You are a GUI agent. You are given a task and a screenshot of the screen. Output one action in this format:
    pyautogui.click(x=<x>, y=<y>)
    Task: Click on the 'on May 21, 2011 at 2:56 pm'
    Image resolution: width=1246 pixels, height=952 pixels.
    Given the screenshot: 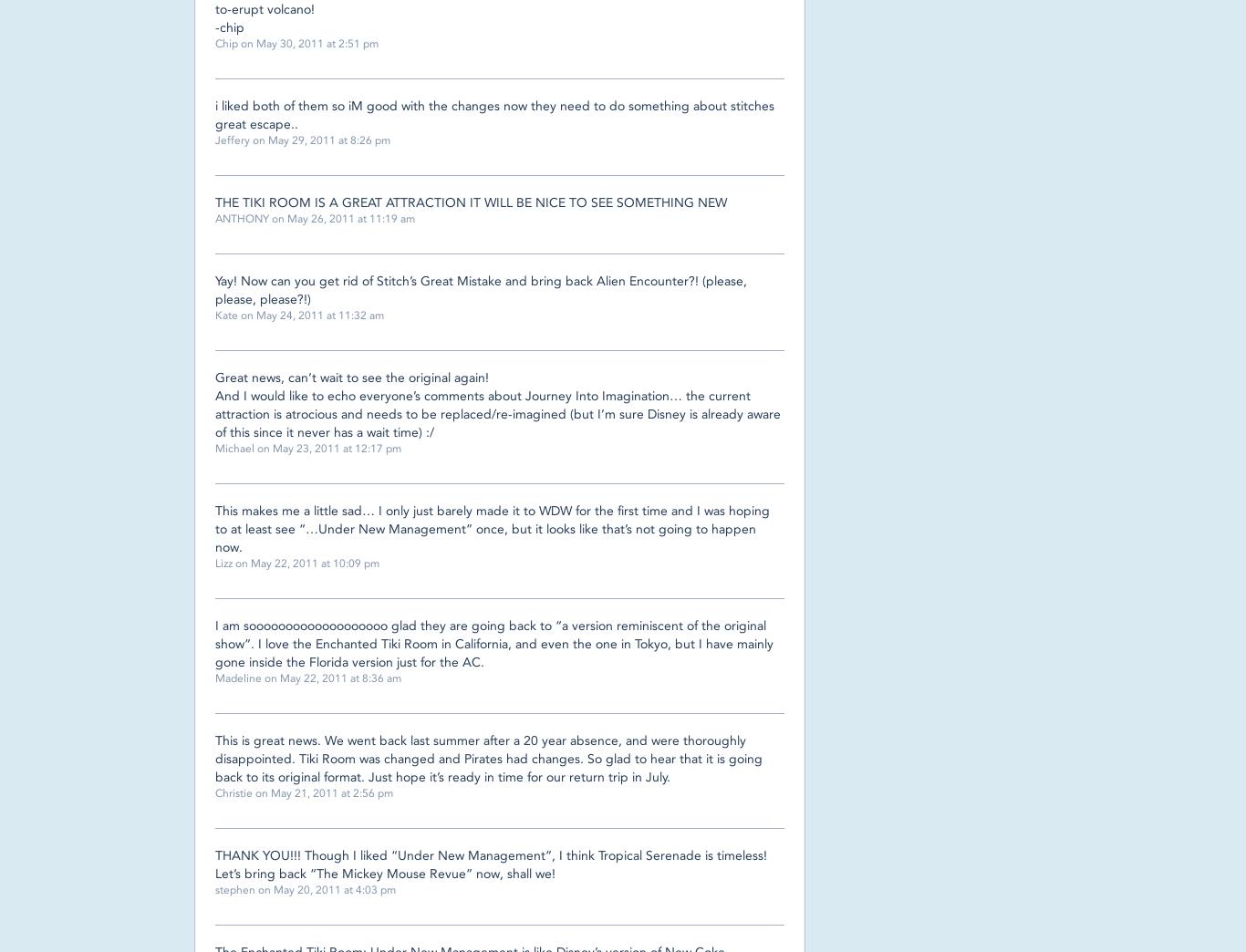 What is the action you would take?
    pyautogui.click(x=253, y=792)
    